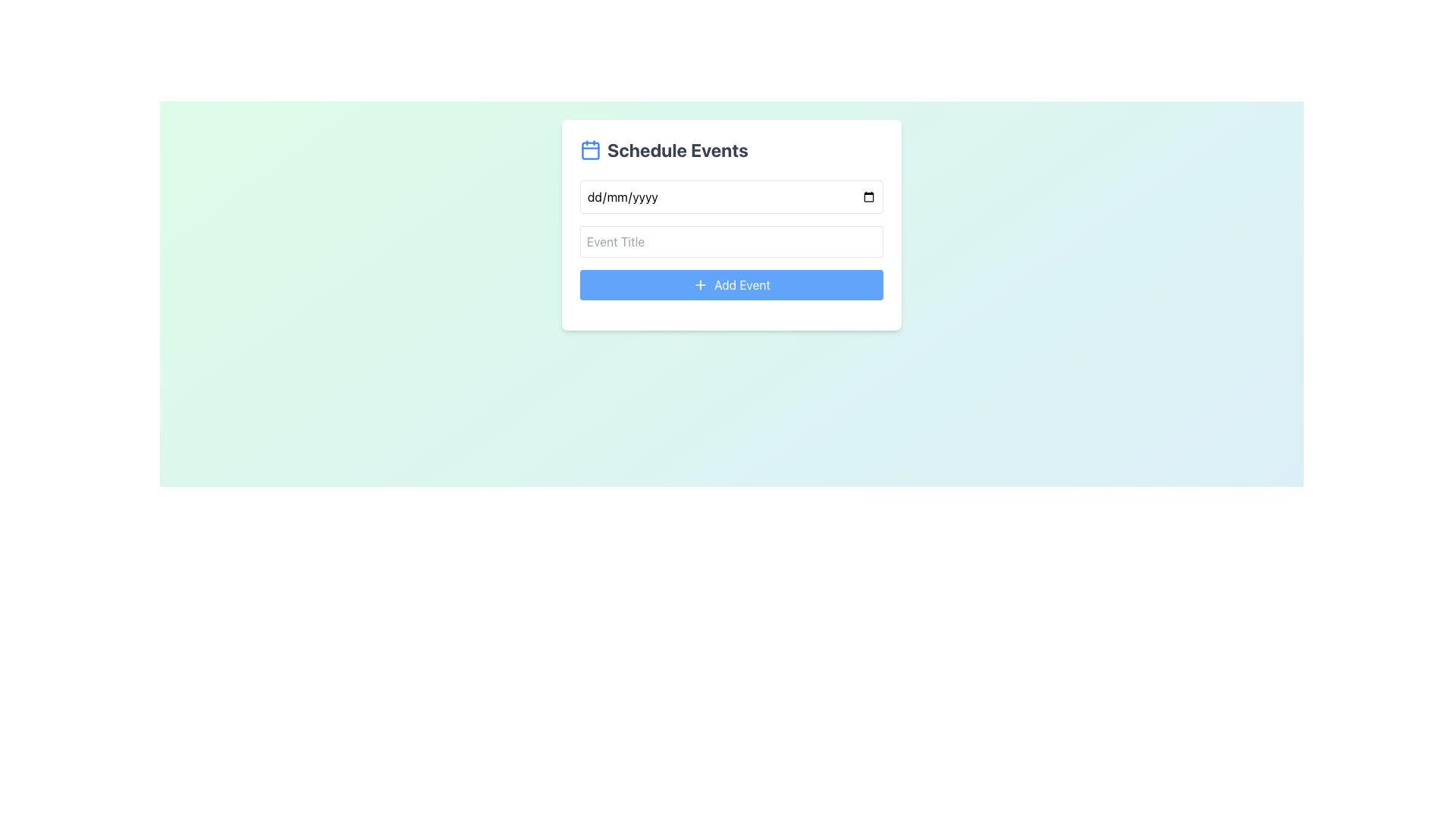 The image size is (1456, 819). I want to click on the icon located at the top-left corner of the 'Schedule Events' header, so click(589, 149).